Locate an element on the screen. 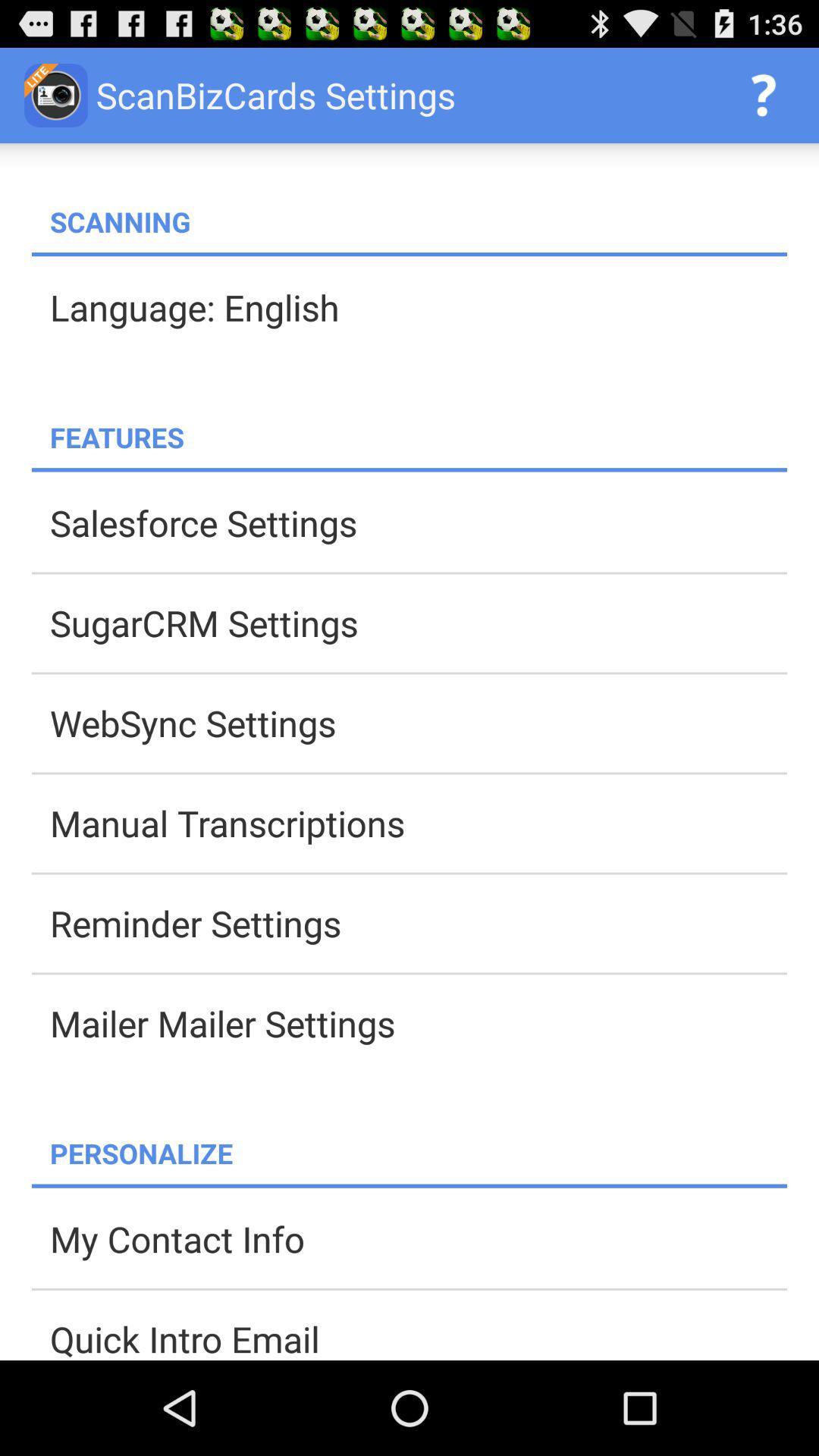 This screenshot has height=1456, width=819. top right corner button is located at coordinates (763, 94).